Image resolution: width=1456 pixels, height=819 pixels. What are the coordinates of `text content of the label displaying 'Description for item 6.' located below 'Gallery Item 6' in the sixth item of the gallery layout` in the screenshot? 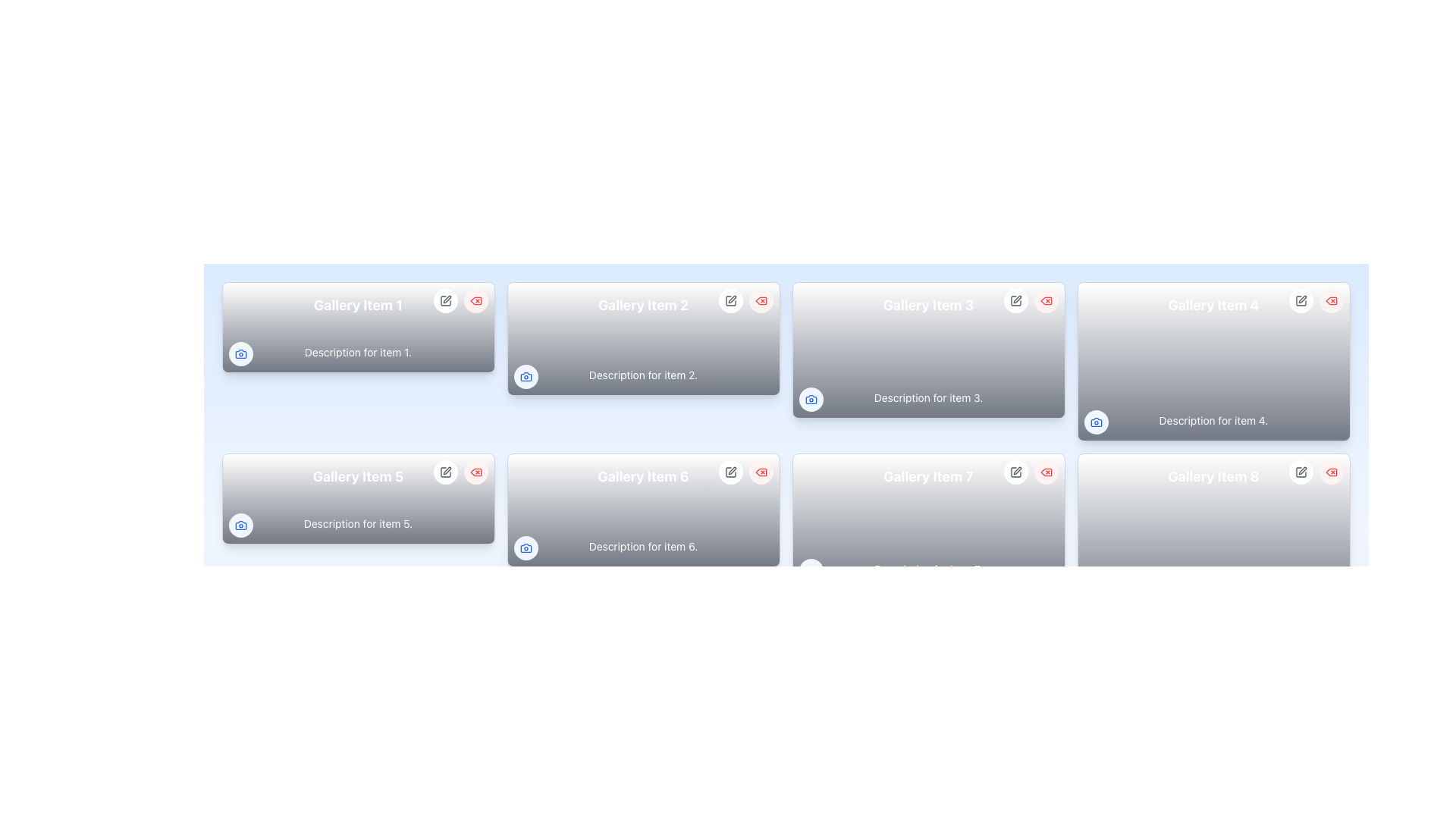 It's located at (643, 547).